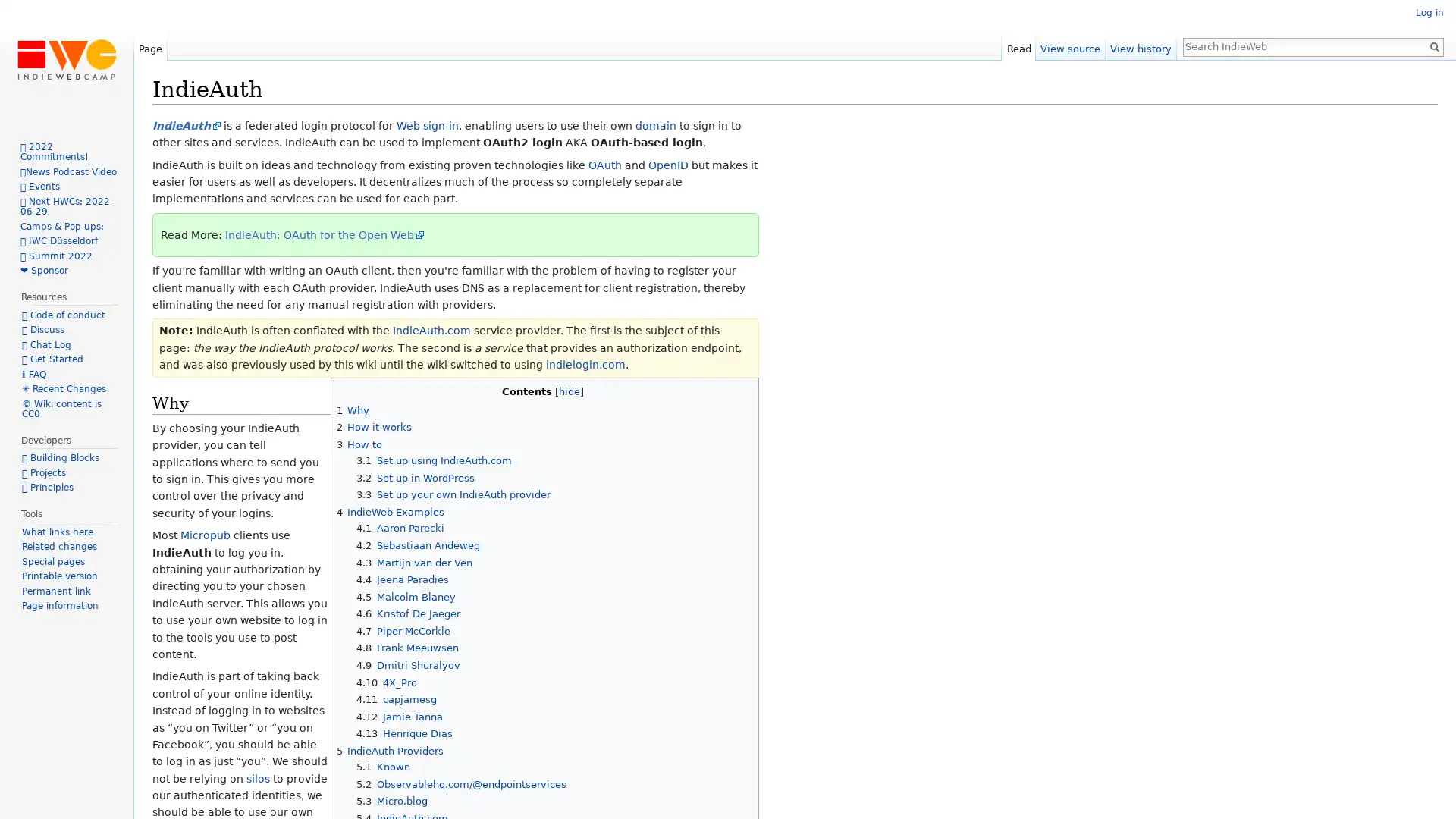  I want to click on hide, so click(568, 390).